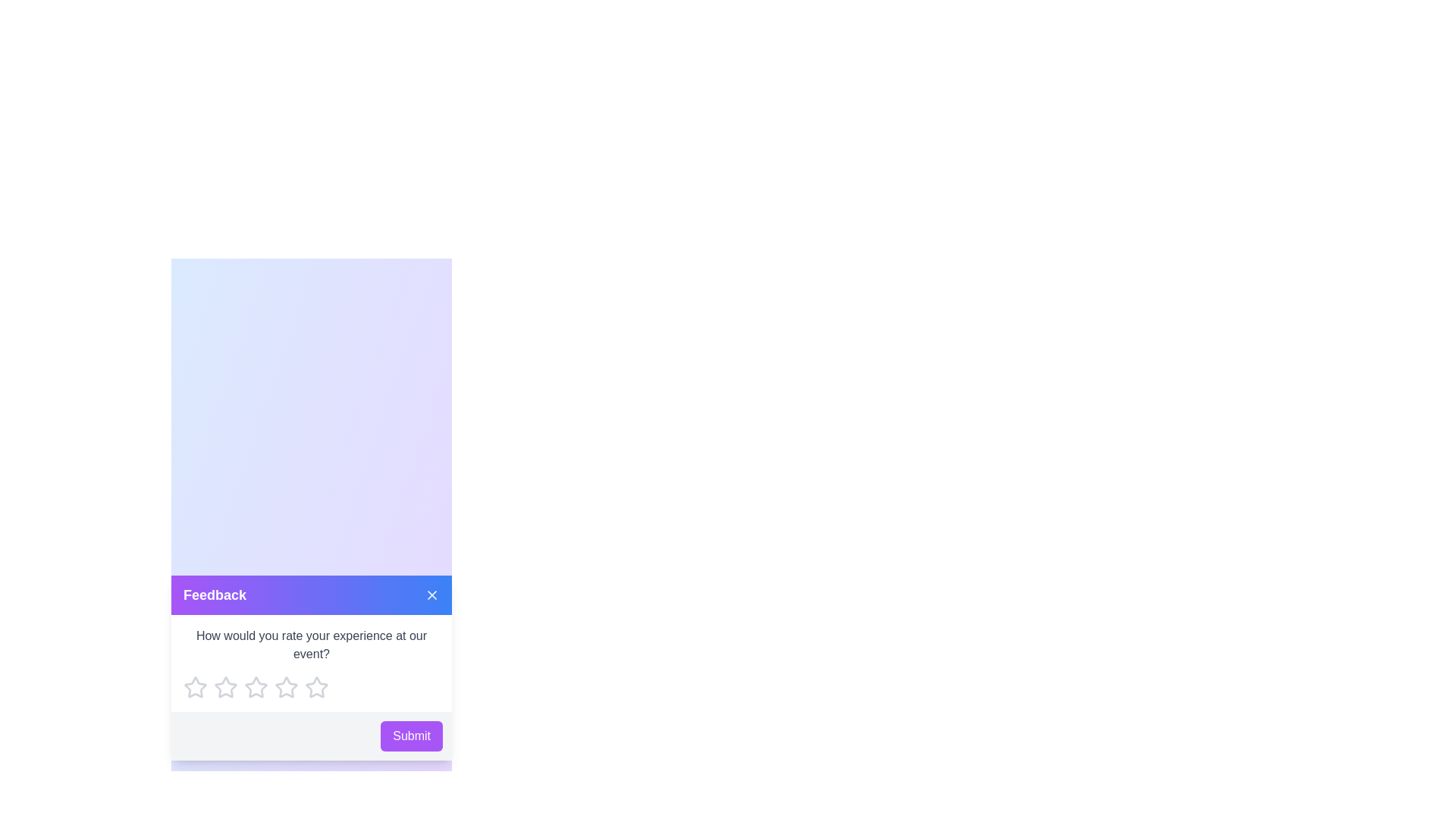 This screenshot has height=819, width=1456. Describe the element at coordinates (195, 687) in the screenshot. I see `the first rating star icon, which is a hollow star-shaped icon used for rating, located under the question 'How would you rate your experience at our event?'` at that location.